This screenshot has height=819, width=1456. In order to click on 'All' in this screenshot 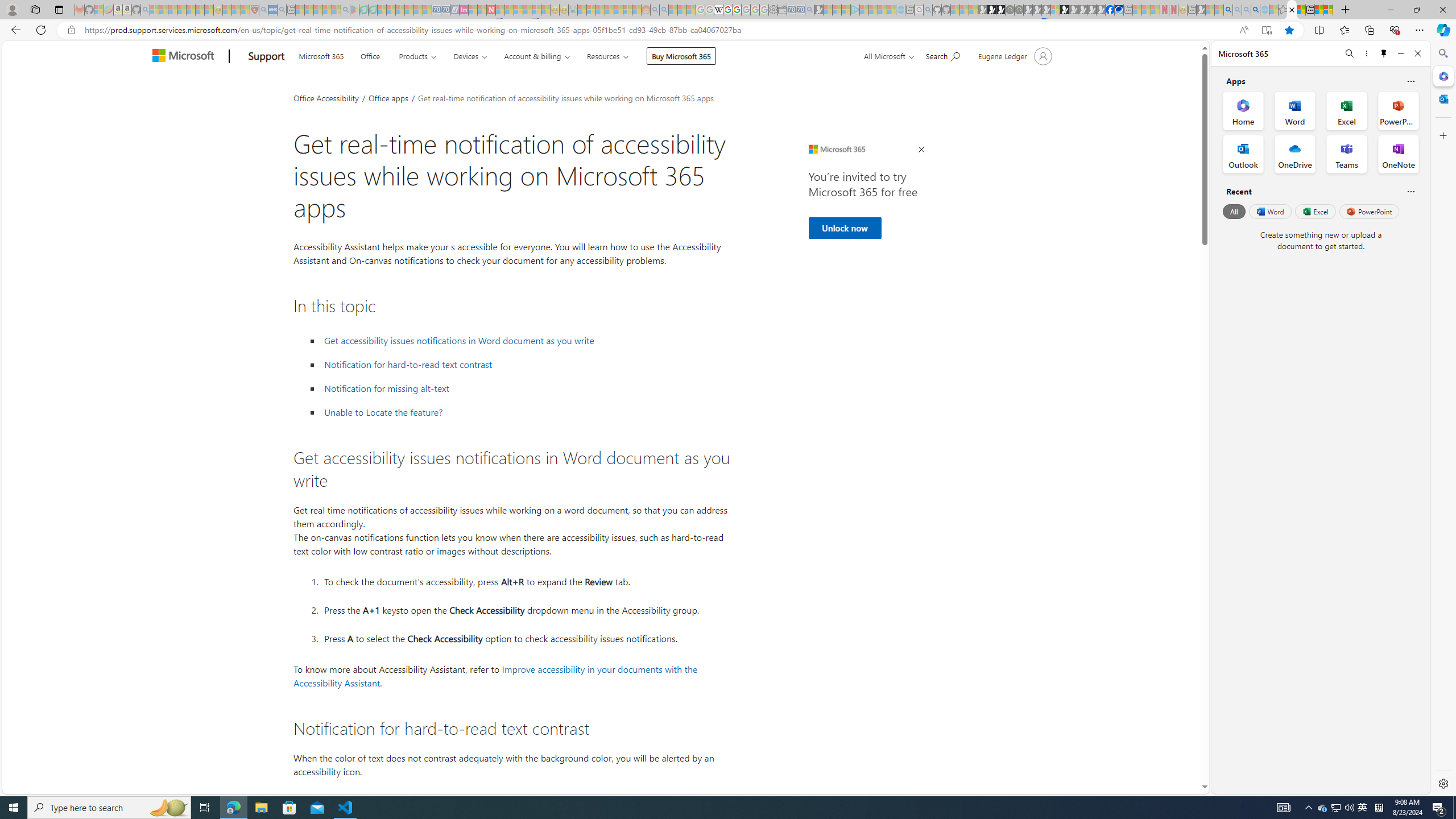, I will do `click(1233, 211)`.